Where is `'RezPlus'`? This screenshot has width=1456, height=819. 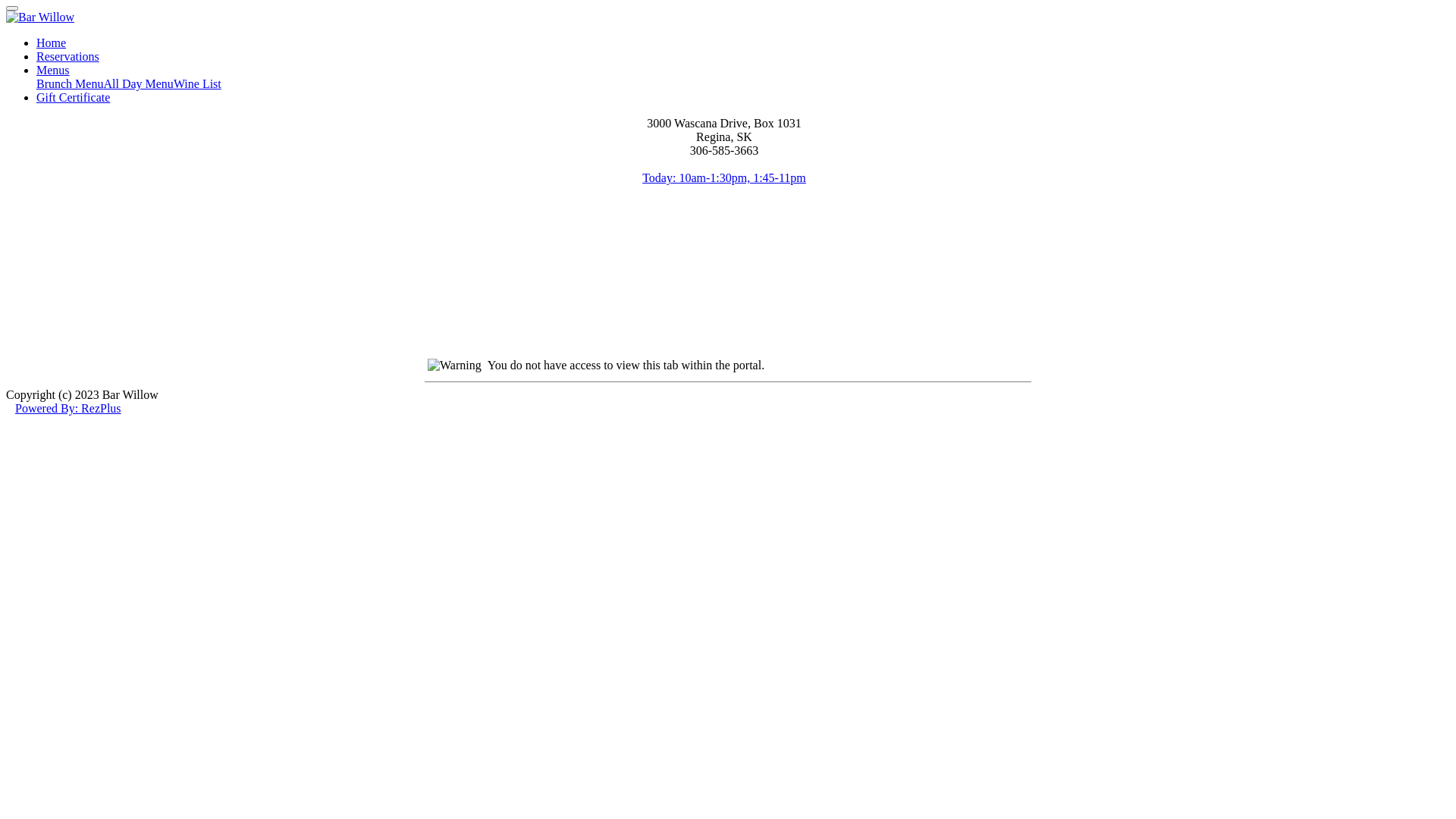 'RezPlus' is located at coordinates (100, 407).